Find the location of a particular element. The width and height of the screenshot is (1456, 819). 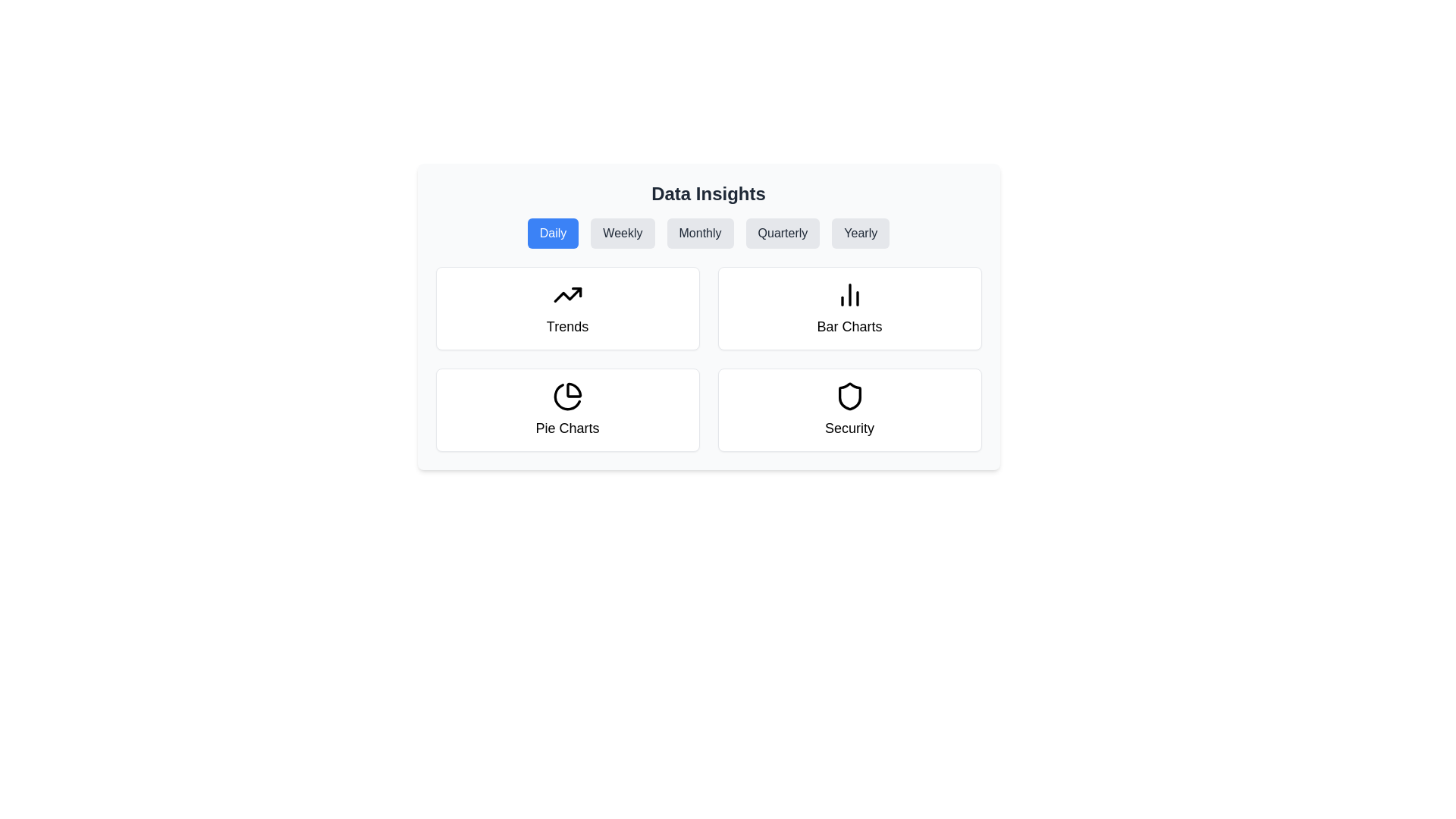

text label displaying 'Trends' located in the top-left card of the 'Data Insights' section, positioned below an upward trending arrow icon is located at coordinates (566, 326).